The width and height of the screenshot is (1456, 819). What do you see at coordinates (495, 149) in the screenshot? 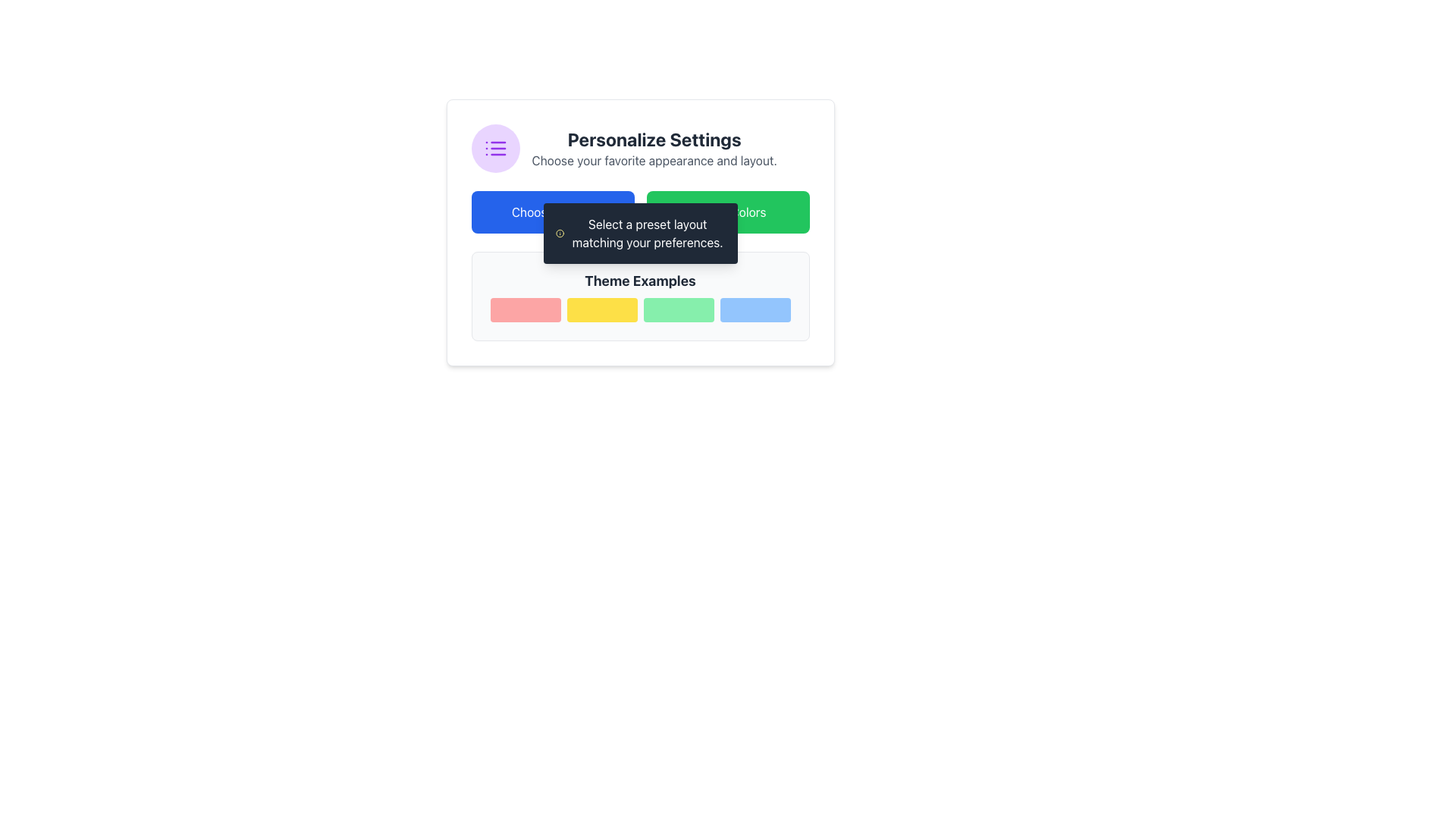
I see `the list icon element, which is styled with a purple color and located in the top-left region of the 'Personalize Settings' interface, contained within a circular background` at bounding box center [495, 149].